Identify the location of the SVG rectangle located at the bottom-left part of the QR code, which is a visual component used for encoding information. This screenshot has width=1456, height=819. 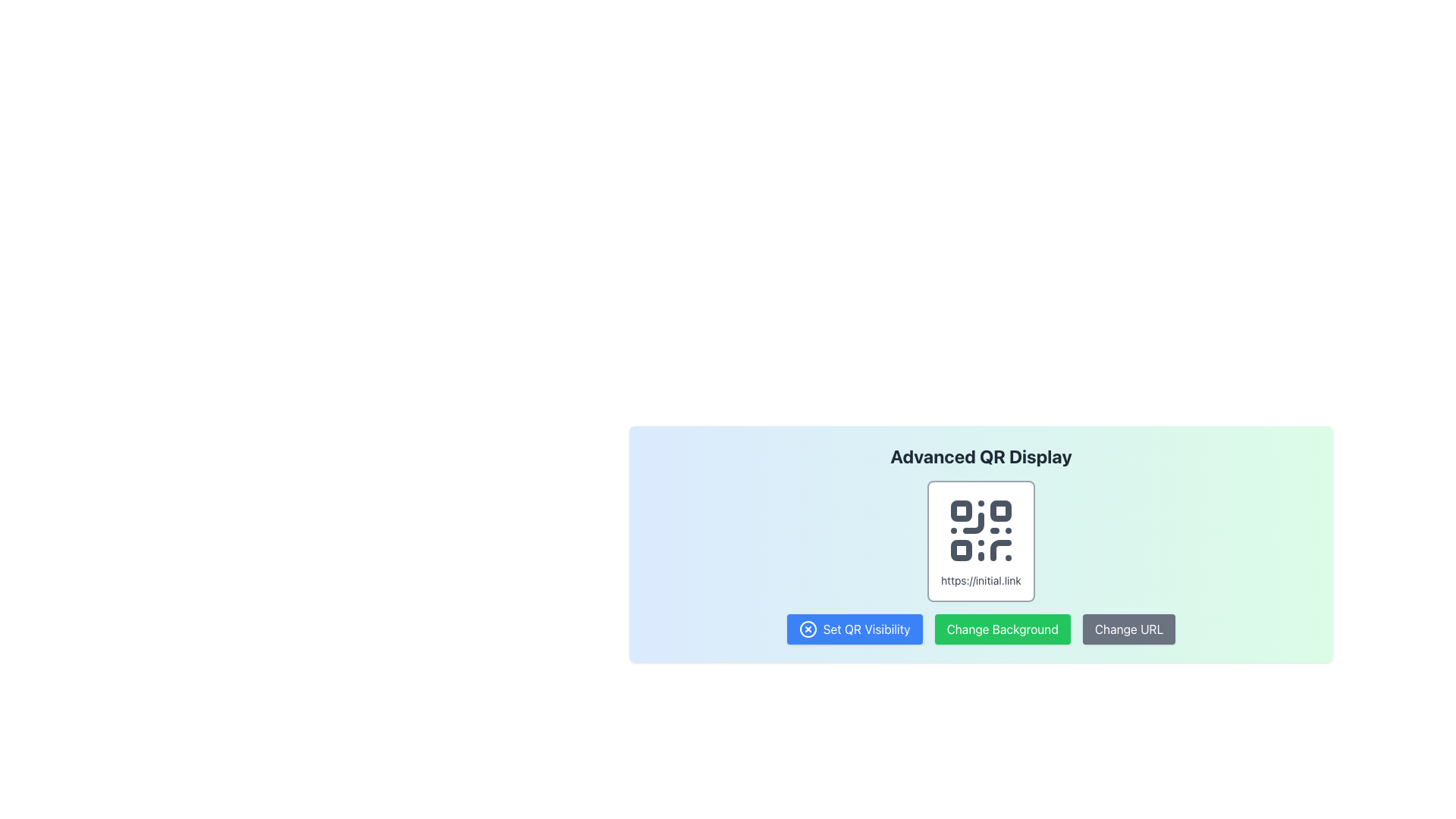
(960, 550).